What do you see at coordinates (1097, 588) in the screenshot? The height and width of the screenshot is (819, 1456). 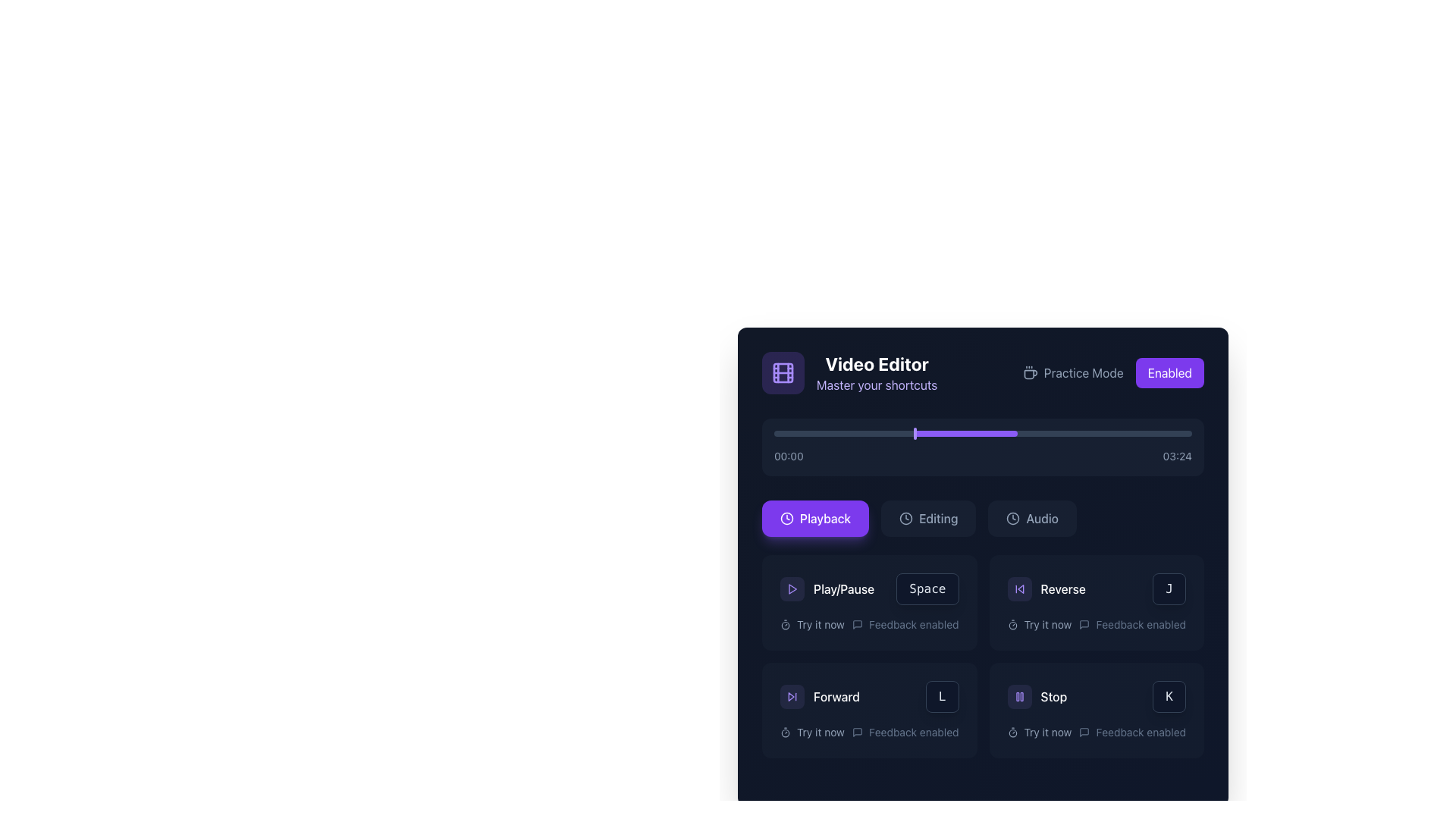 I see `the reverse playback button located in the second row of the playback controls in the Video Editor interface` at bounding box center [1097, 588].